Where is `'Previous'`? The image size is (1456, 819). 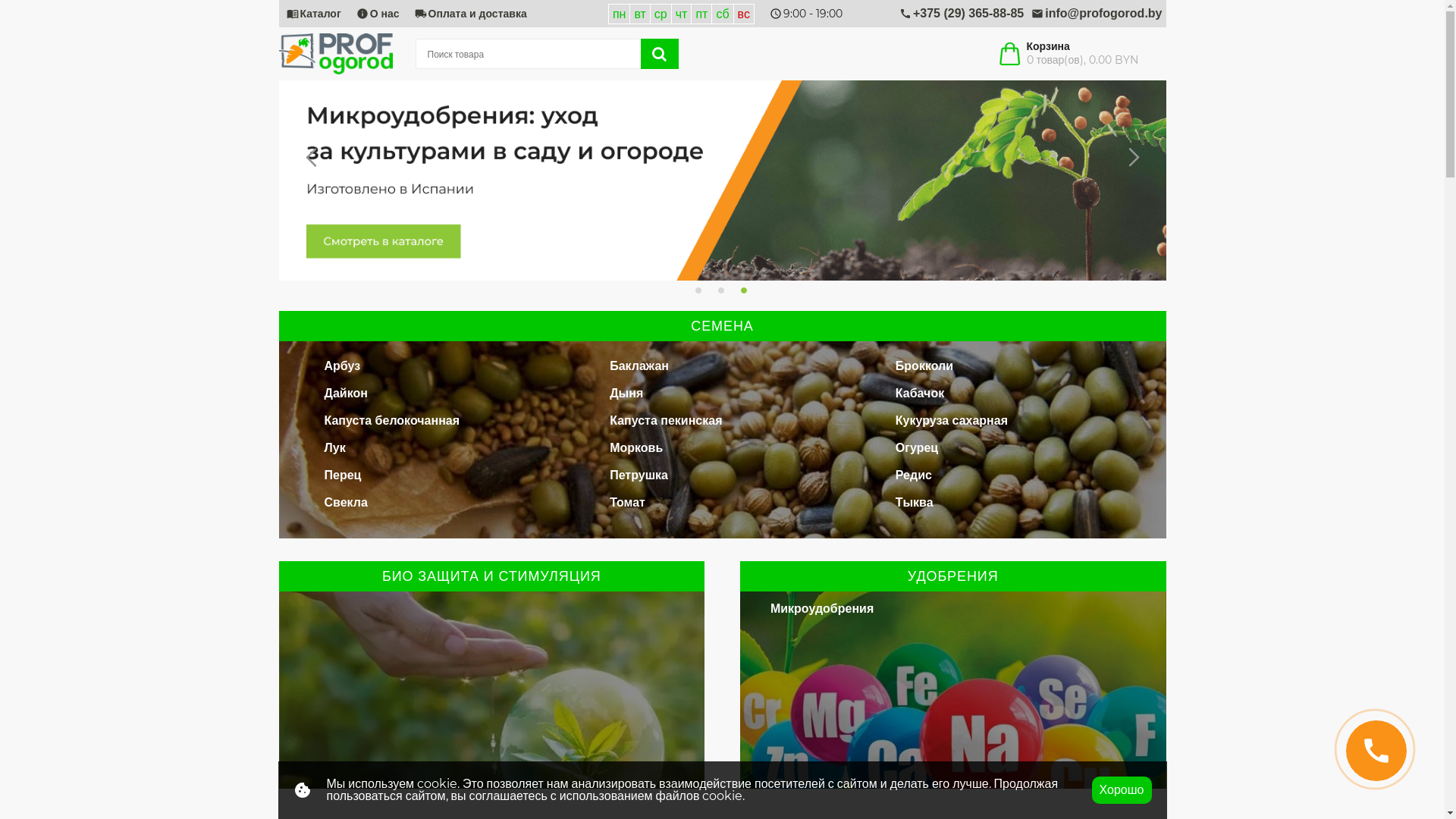
'Previous' is located at coordinates (312, 158).